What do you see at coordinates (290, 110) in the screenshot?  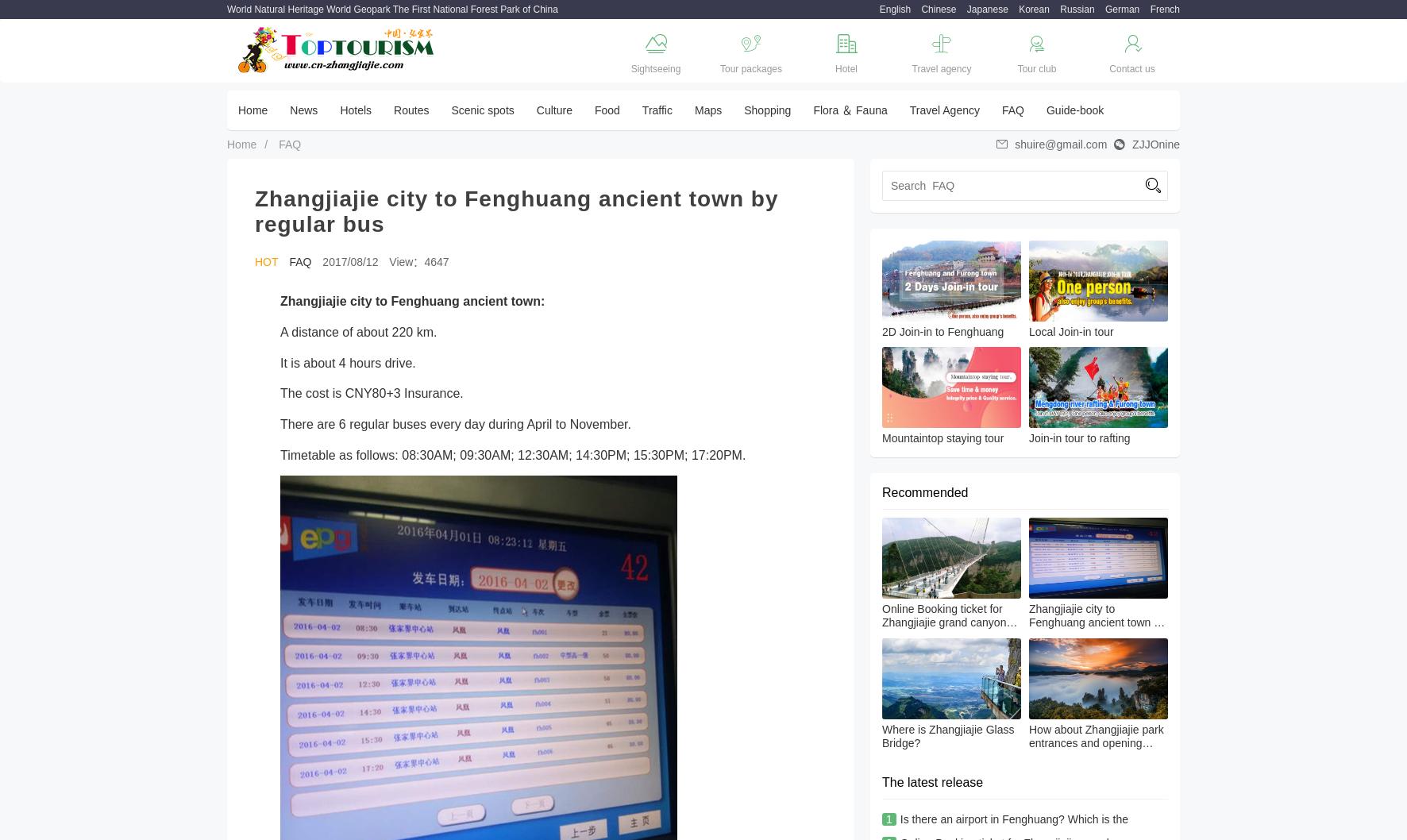 I see `'News'` at bounding box center [290, 110].